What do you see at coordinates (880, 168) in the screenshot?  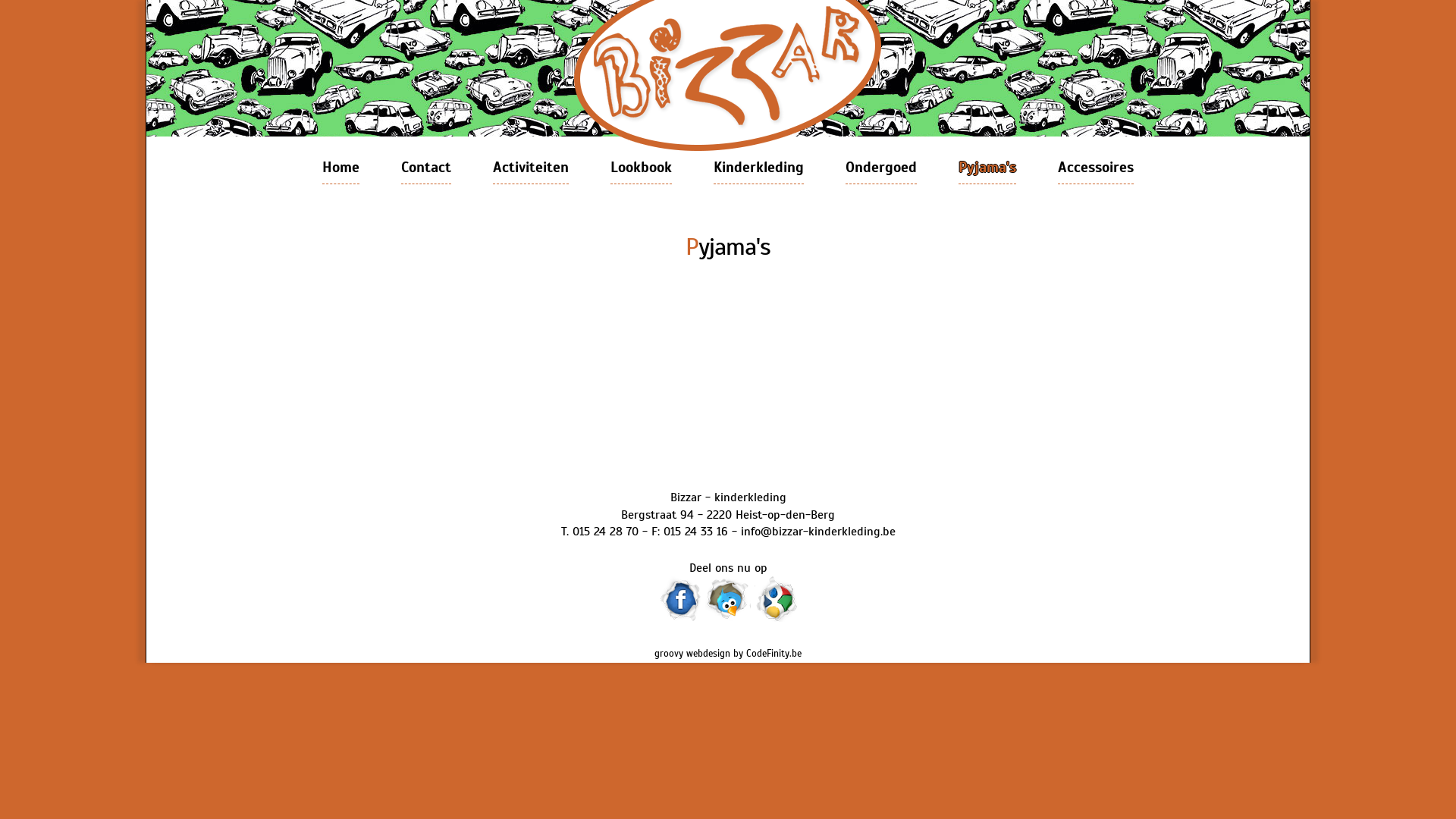 I see `'Ondergoed'` at bounding box center [880, 168].